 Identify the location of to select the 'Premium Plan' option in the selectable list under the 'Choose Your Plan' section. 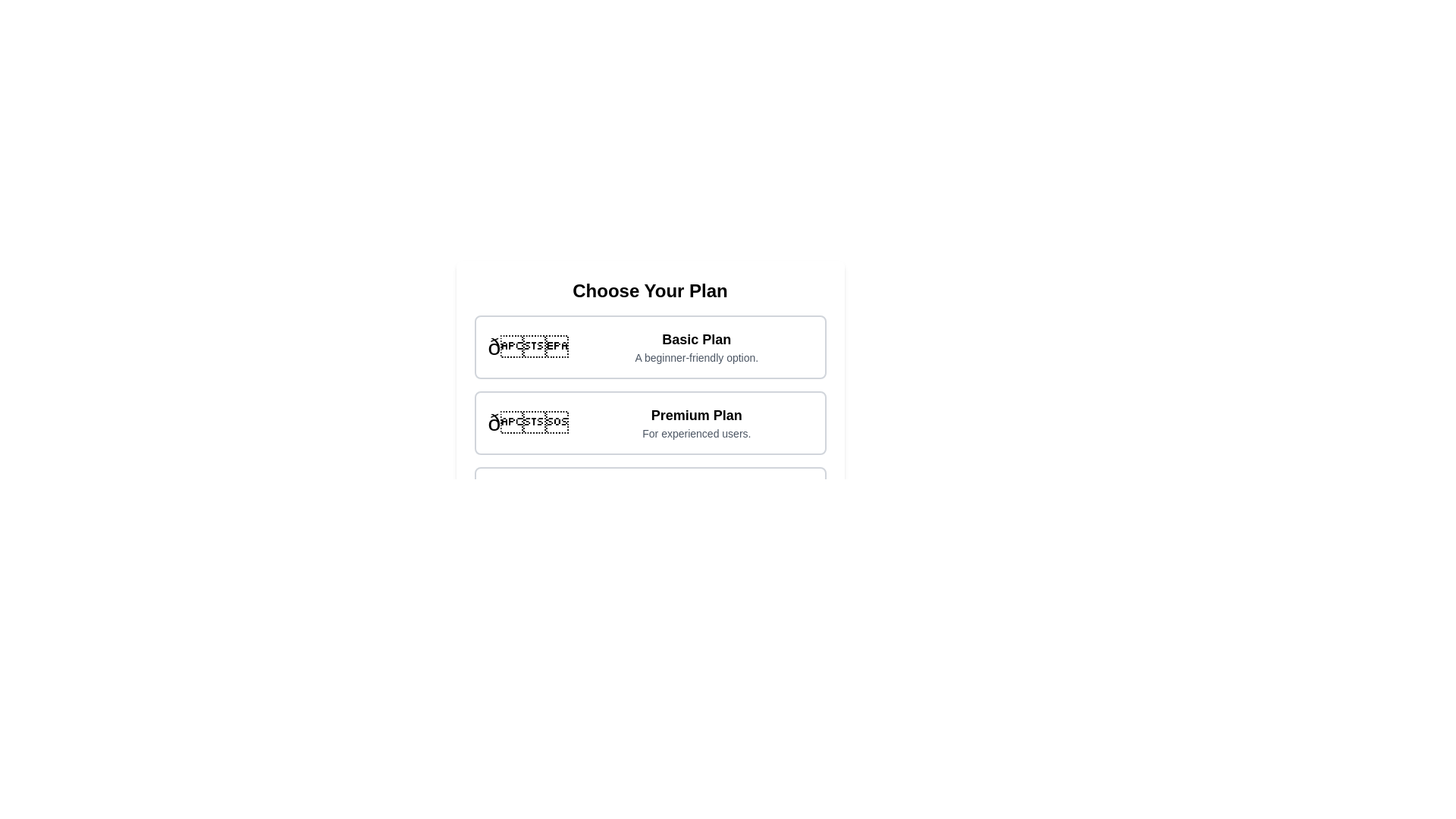
(650, 423).